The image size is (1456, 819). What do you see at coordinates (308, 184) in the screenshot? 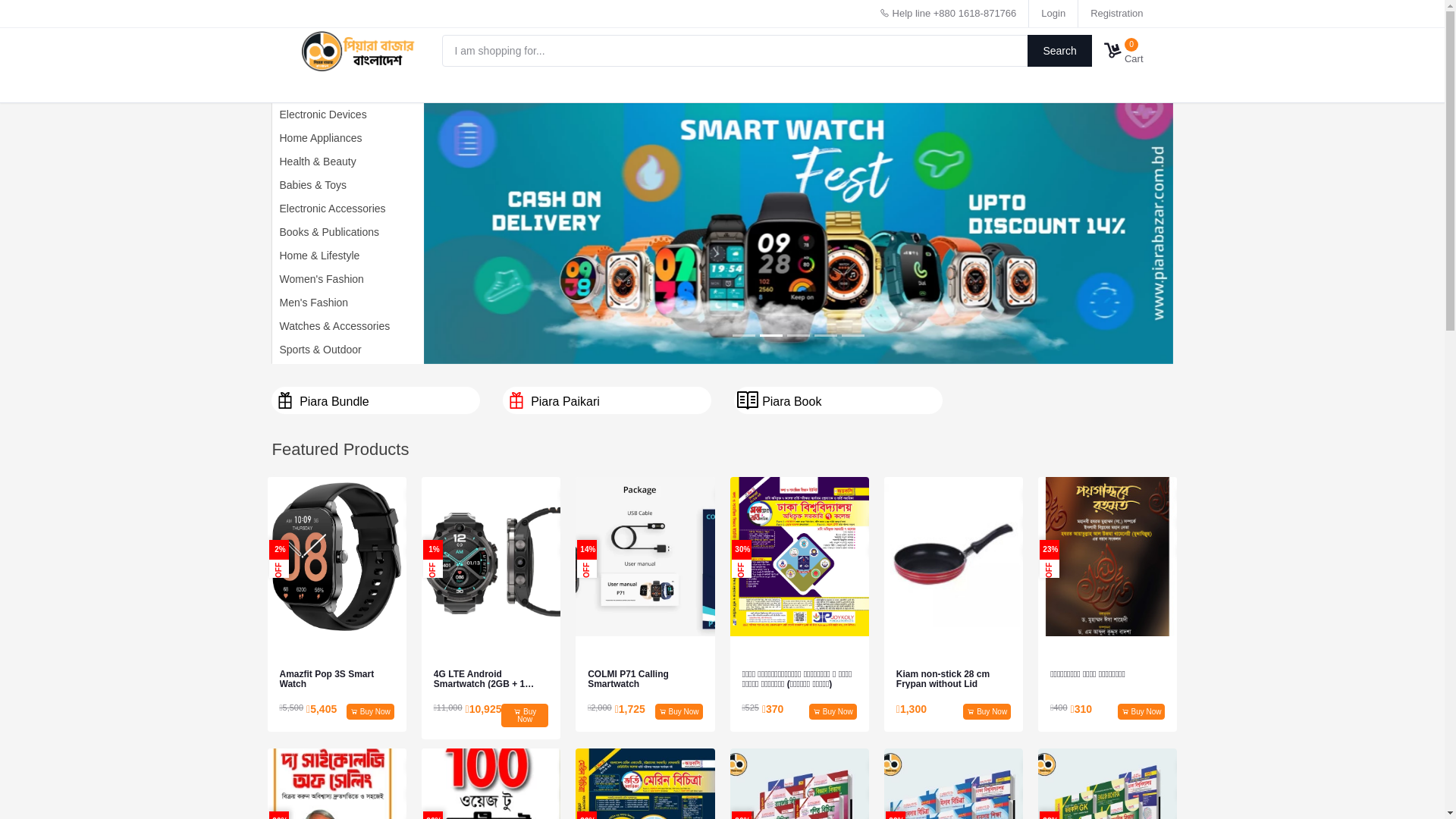
I see `'Babies & Toys'` at bounding box center [308, 184].